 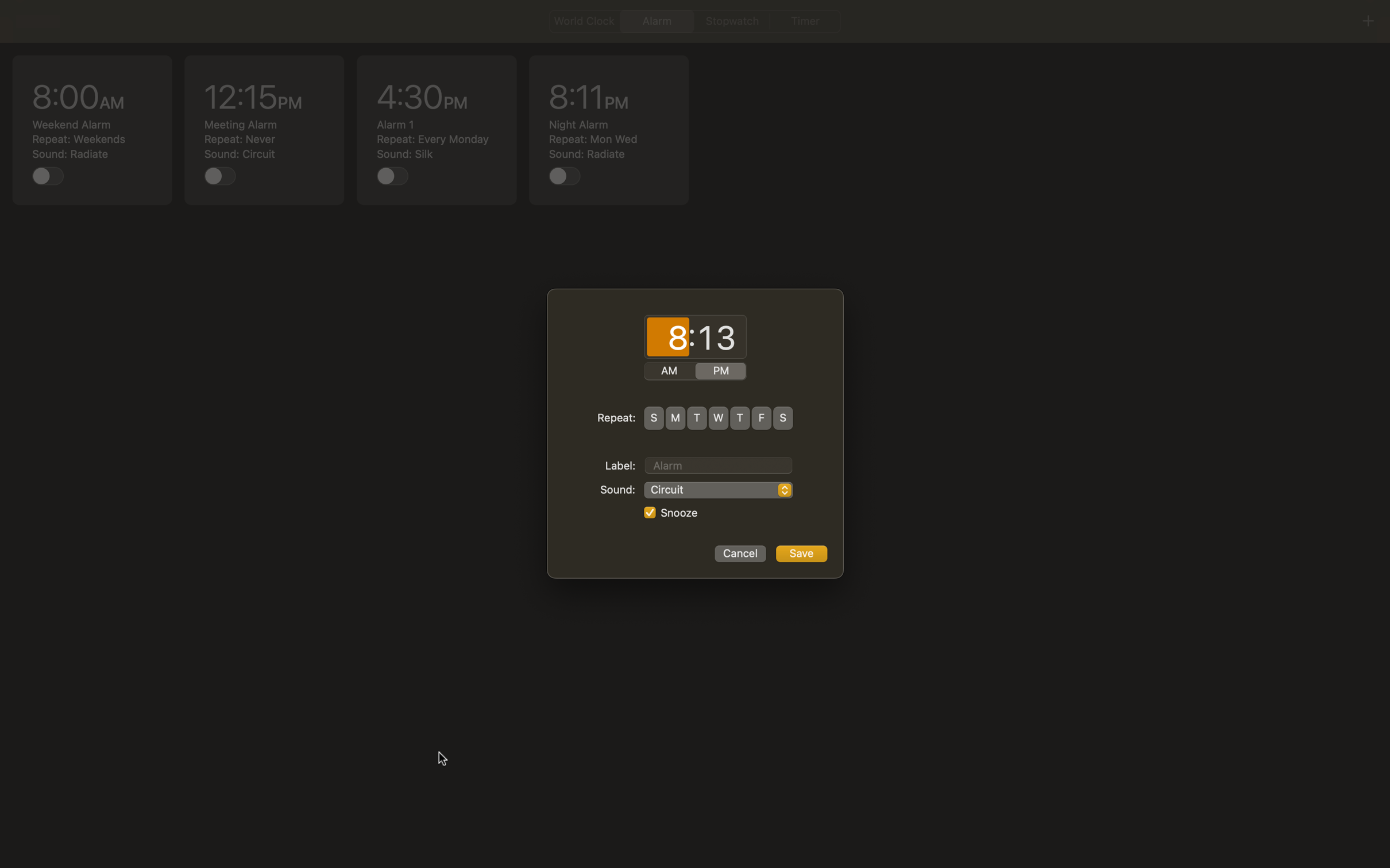 What do you see at coordinates (718, 463) in the screenshot?
I see `the title of alarm as "Lazy Day` at bounding box center [718, 463].